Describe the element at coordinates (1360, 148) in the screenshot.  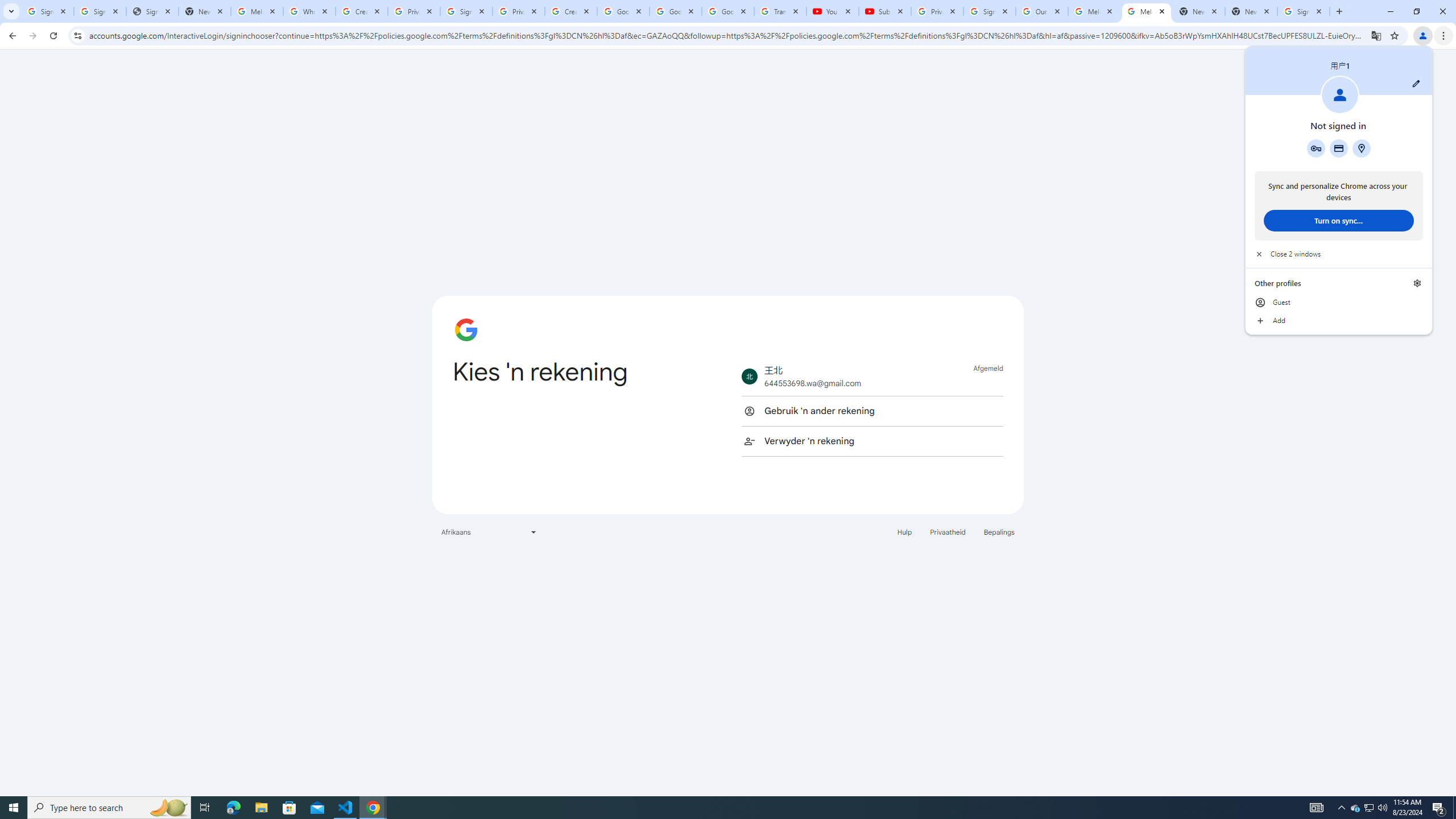
I see `'Addresses and more'` at that location.